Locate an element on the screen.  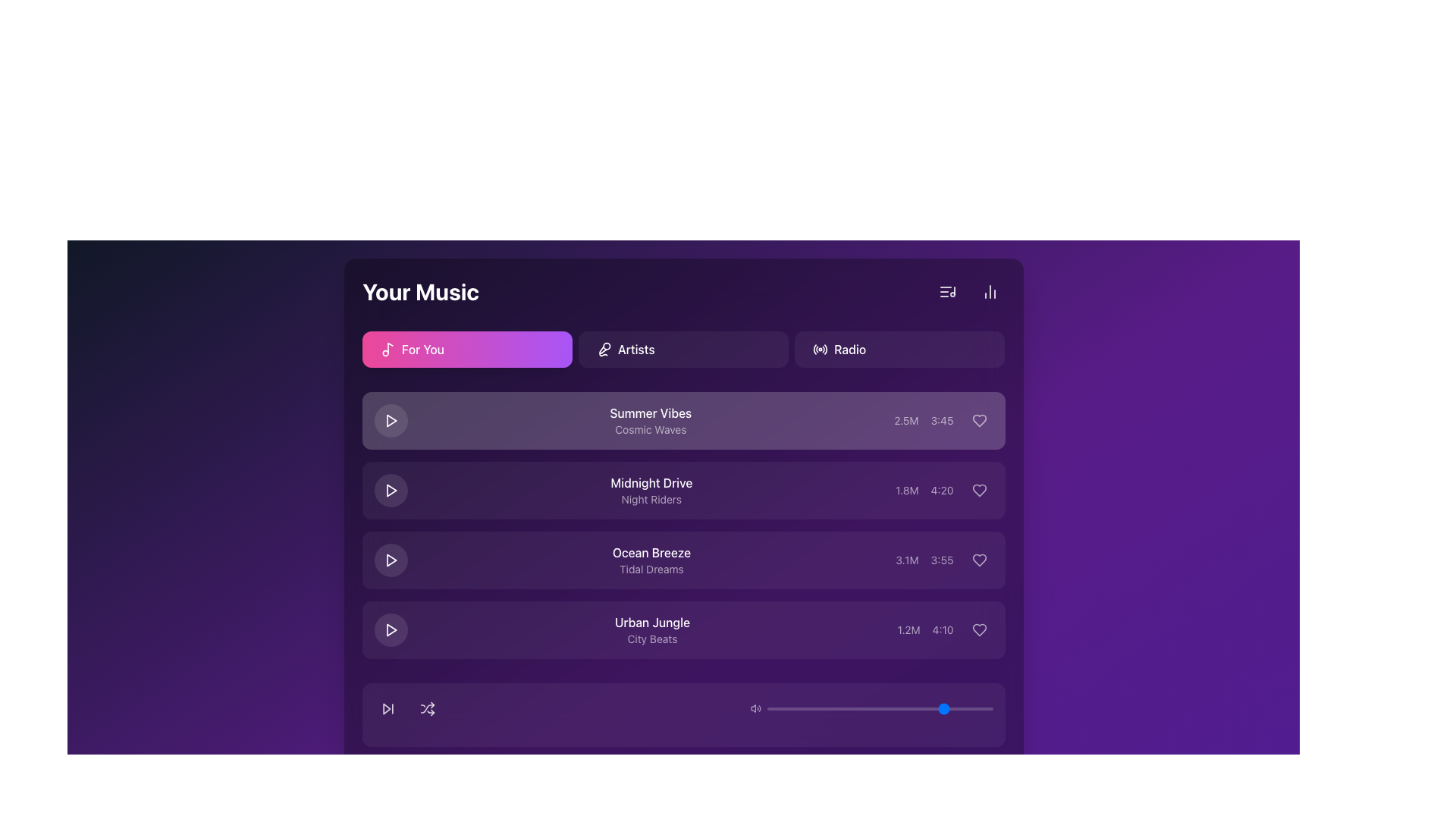
the slider is located at coordinates (807, 708).